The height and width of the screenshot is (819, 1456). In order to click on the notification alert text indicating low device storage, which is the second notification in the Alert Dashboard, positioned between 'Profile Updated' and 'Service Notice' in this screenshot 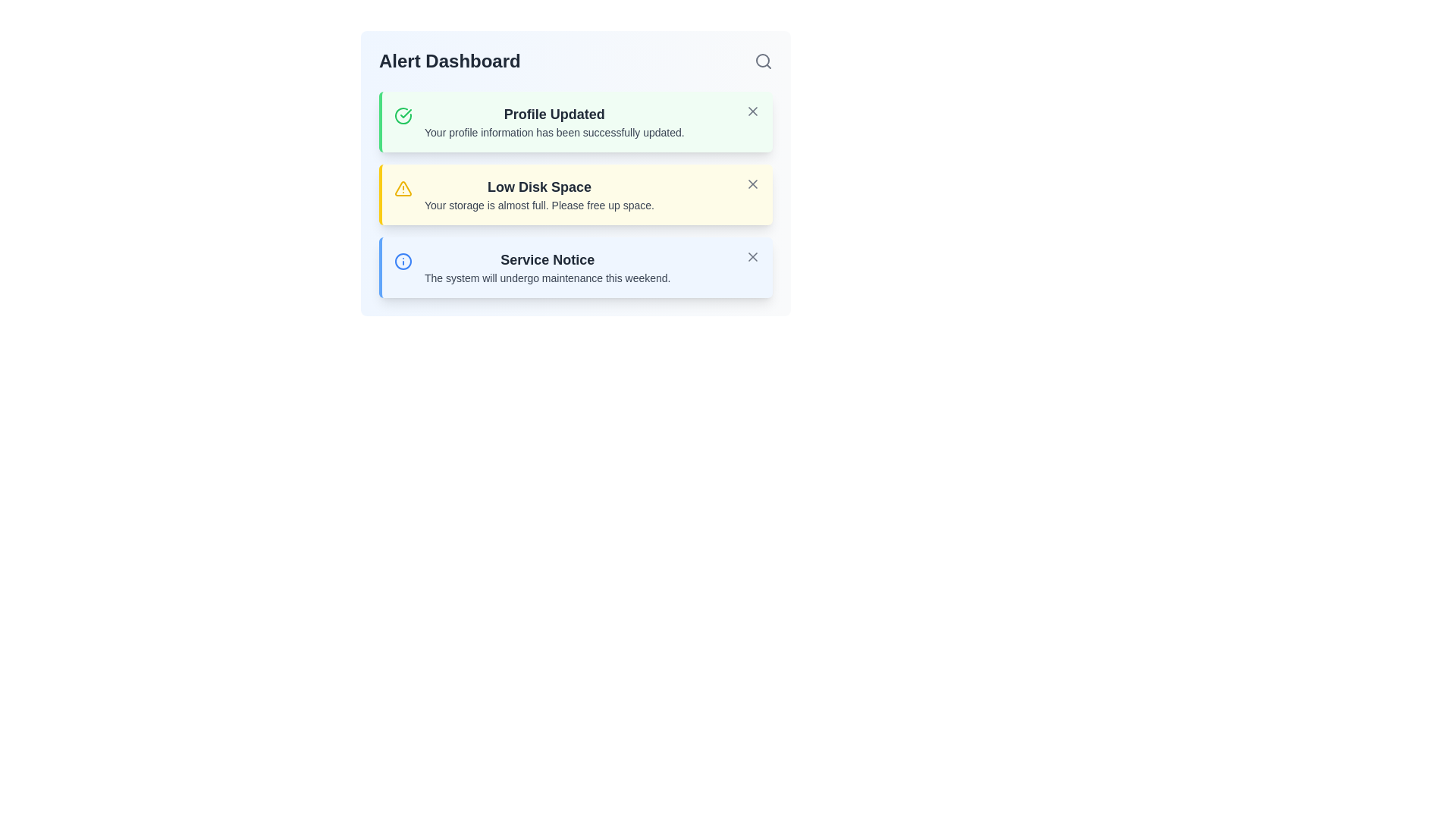, I will do `click(539, 194)`.